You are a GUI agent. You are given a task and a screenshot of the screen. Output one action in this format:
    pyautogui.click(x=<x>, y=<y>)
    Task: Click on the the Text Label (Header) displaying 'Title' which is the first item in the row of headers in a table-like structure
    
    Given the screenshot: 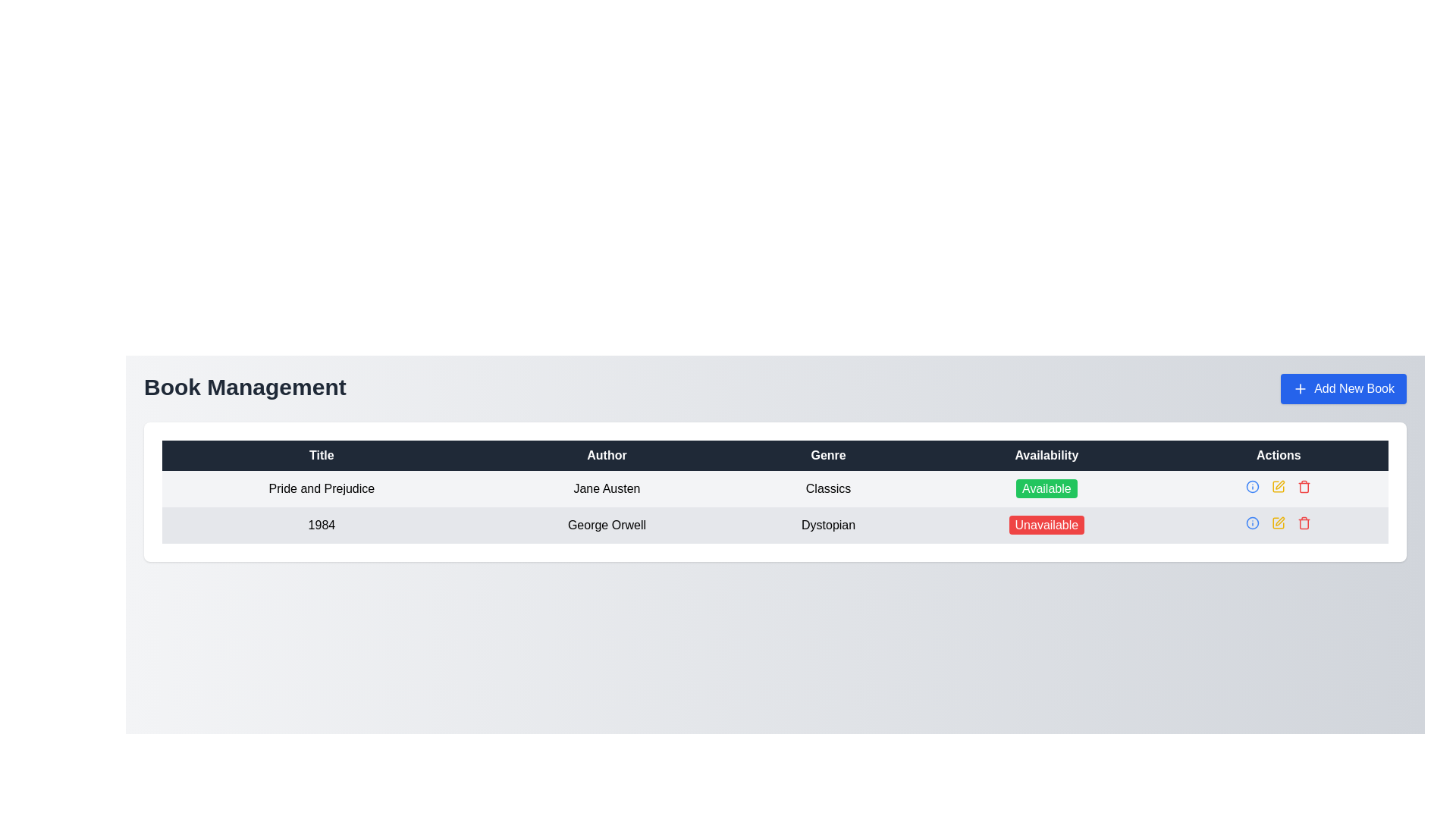 What is the action you would take?
    pyautogui.click(x=321, y=455)
    